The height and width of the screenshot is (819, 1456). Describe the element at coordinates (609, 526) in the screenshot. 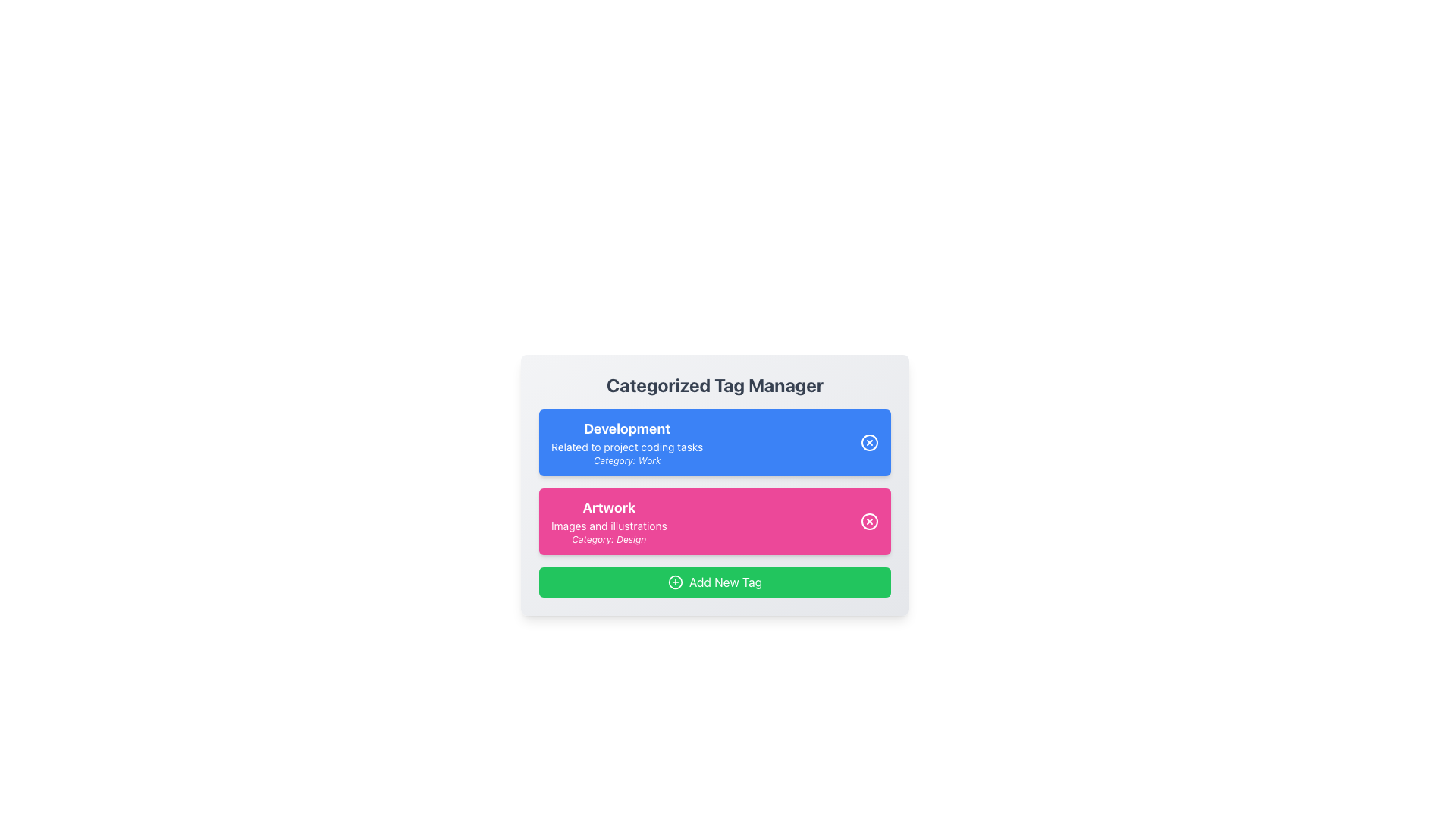

I see `the static text label reading 'Images and illustrations' that is located underneath the 'Artwork' heading and above the 'Category: Design' label` at that location.